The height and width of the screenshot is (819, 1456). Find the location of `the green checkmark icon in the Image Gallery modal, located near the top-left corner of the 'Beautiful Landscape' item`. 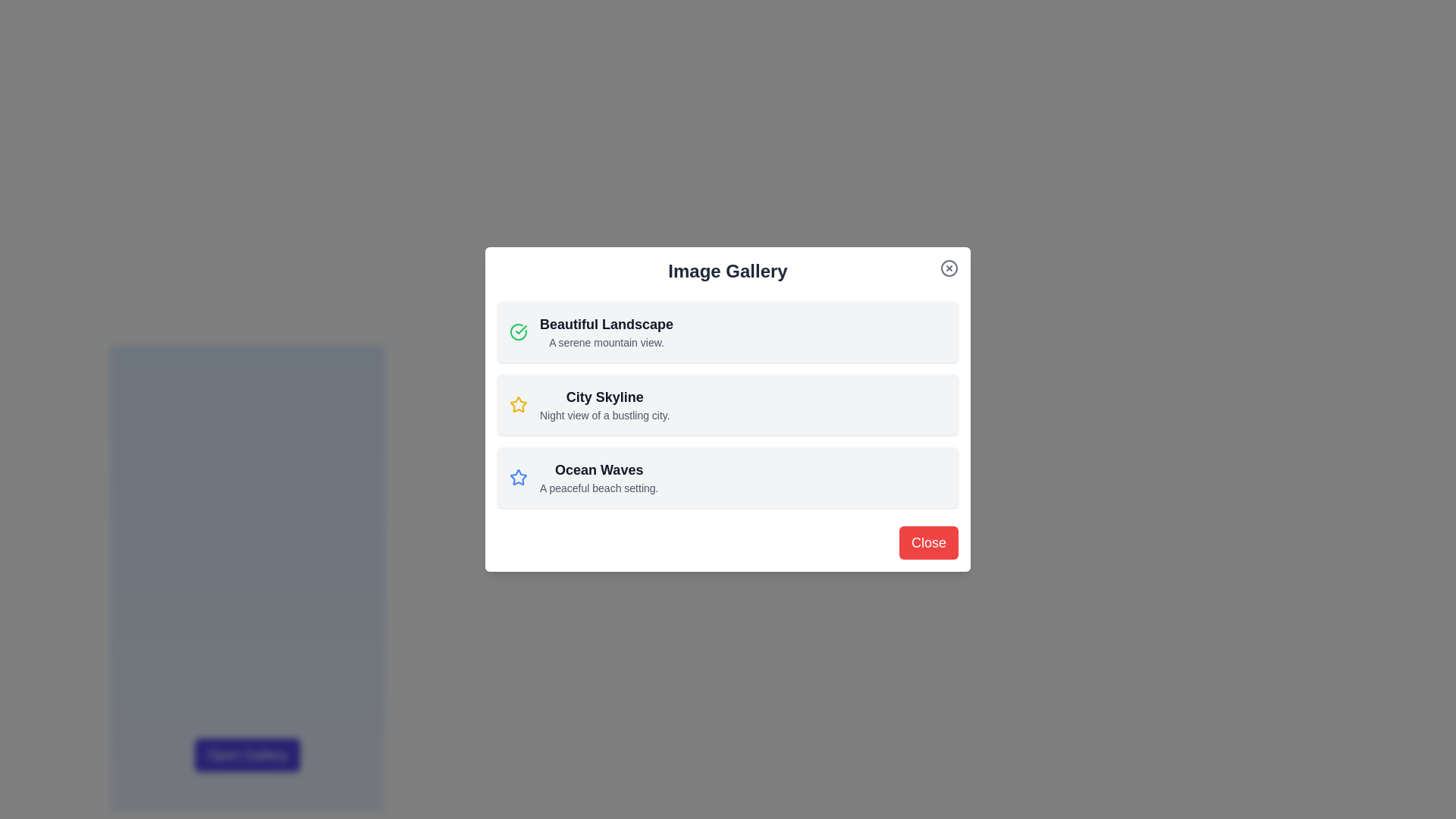

the green checkmark icon in the Image Gallery modal, located near the top-left corner of the 'Beautiful Landscape' item is located at coordinates (521, 329).